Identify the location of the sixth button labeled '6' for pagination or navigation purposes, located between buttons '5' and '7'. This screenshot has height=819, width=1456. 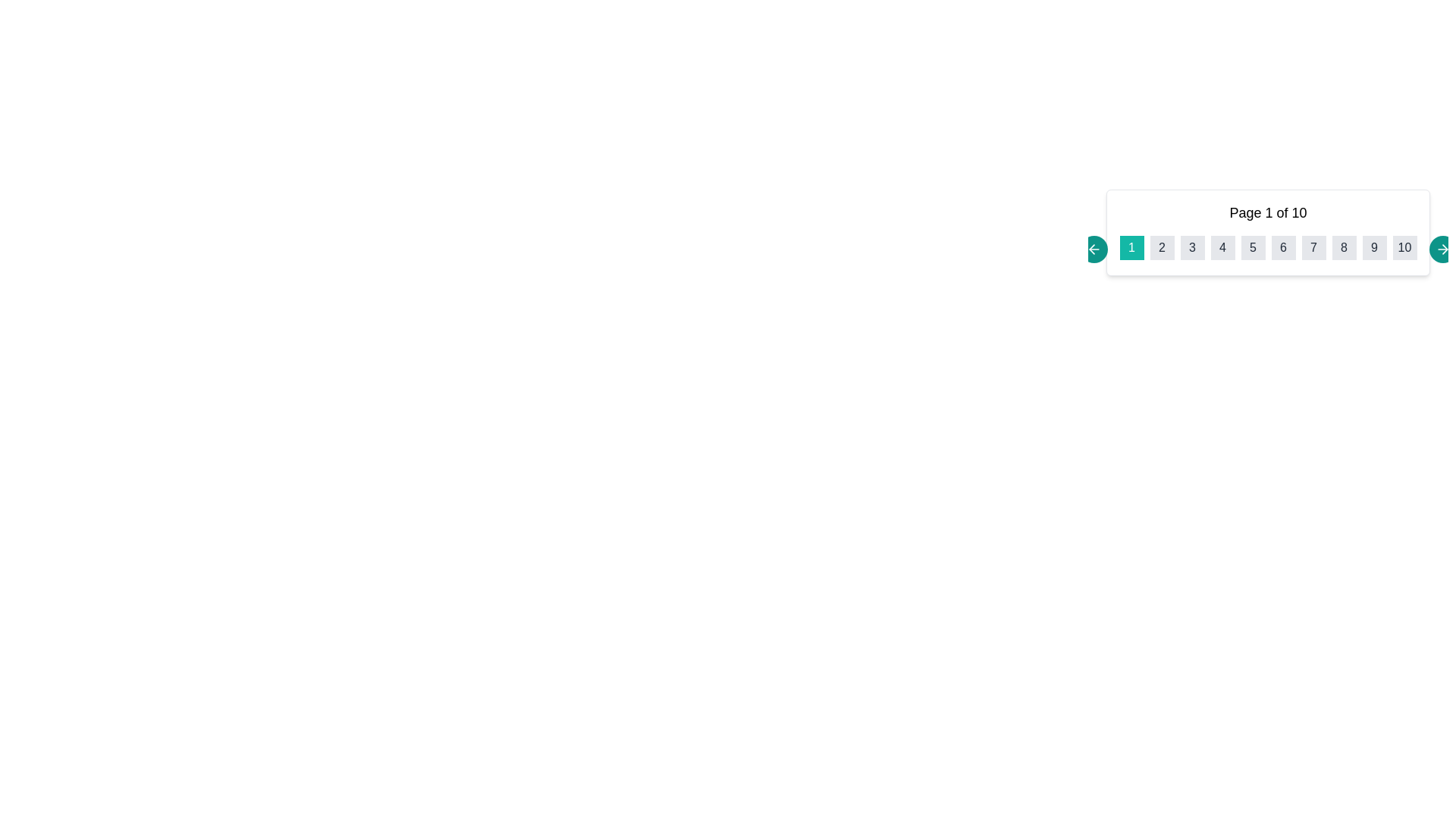
(1282, 247).